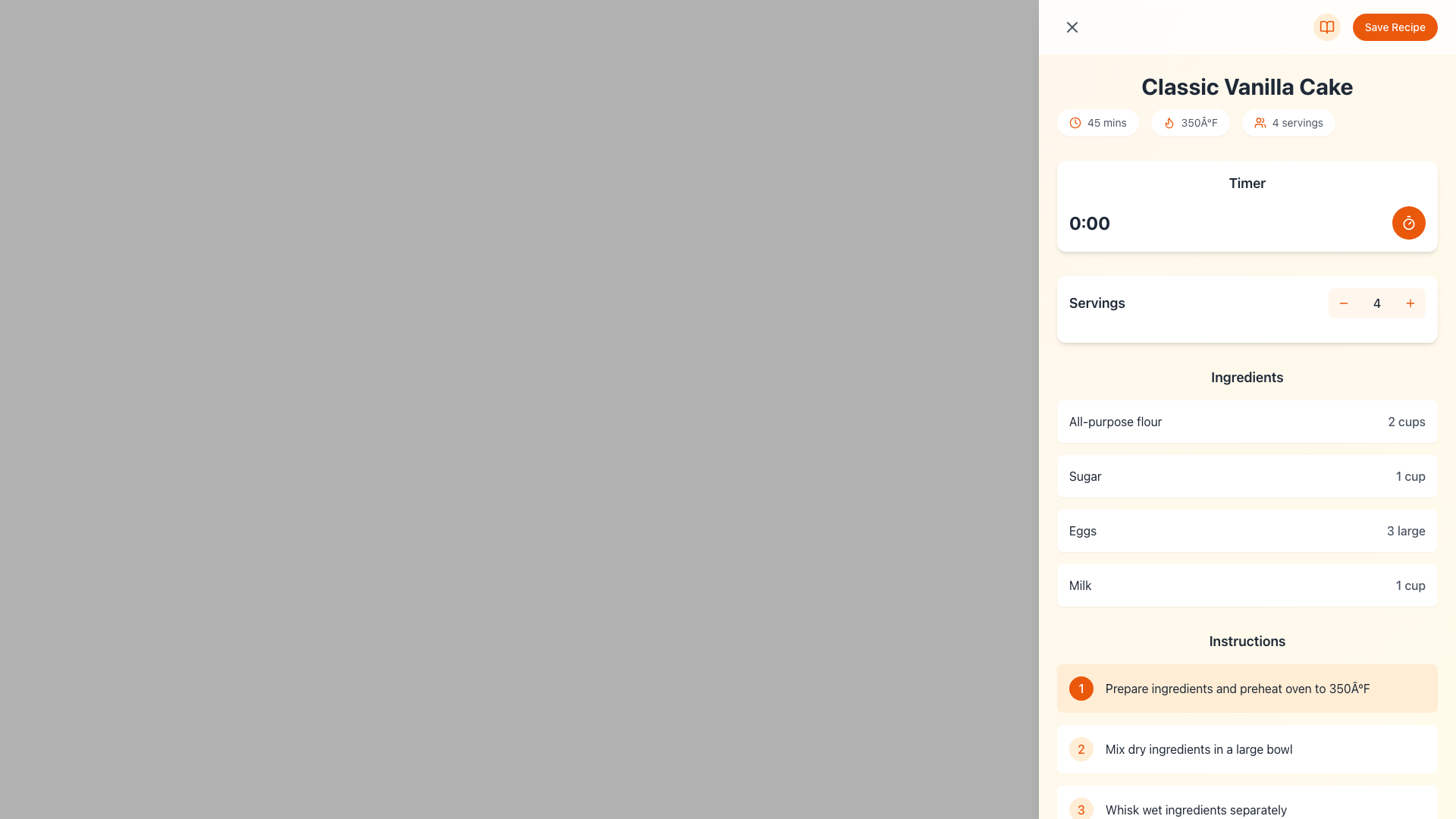 The image size is (1456, 819). What do you see at coordinates (1375, 27) in the screenshot?
I see `the 'Save Recipe' button located in the top-right corner of the view, which has a vibrant orange background and contains the text 'Save Recipe' in white` at bounding box center [1375, 27].